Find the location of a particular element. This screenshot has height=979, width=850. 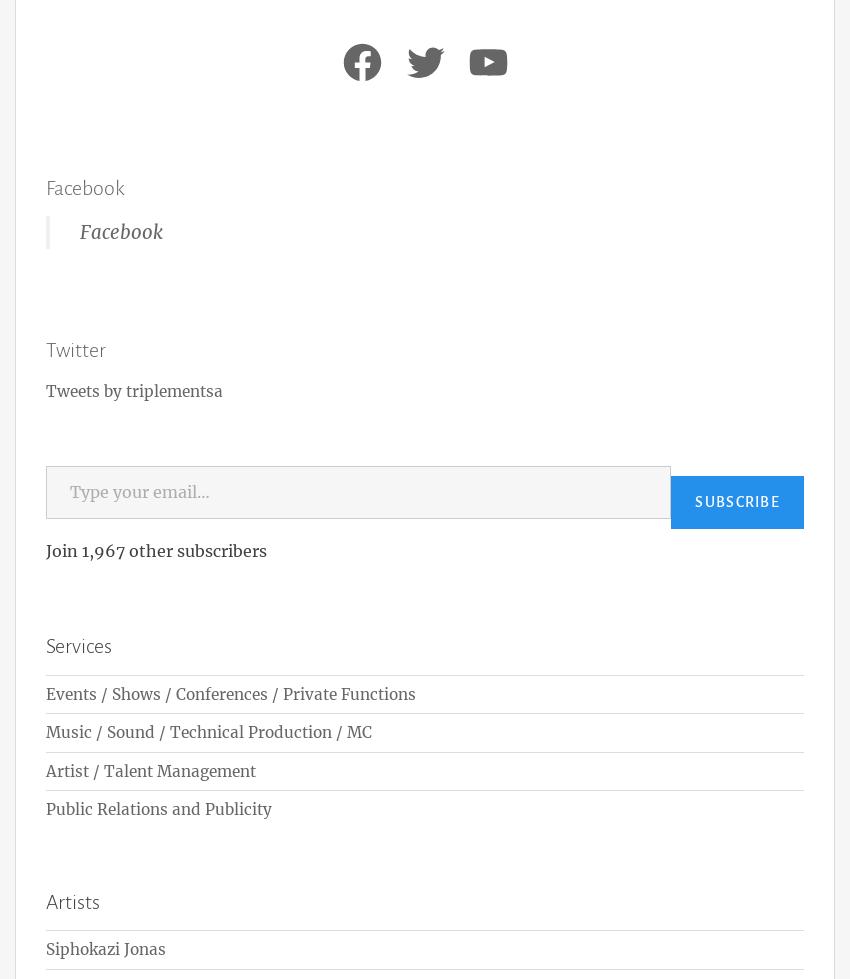

'Services' is located at coordinates (45, 645).